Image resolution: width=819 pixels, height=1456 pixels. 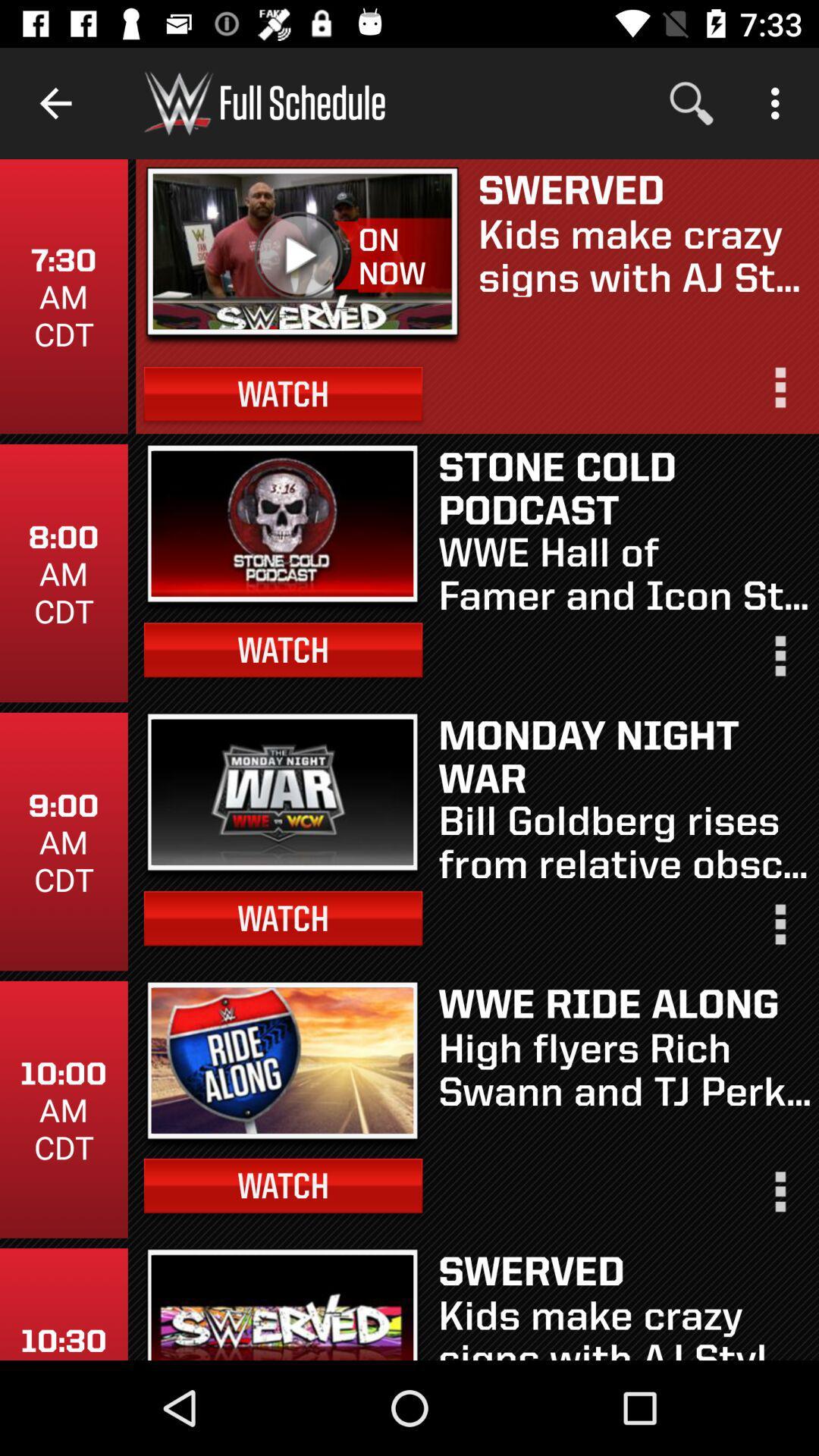 I want to click on video, so click(x=302, y=251).